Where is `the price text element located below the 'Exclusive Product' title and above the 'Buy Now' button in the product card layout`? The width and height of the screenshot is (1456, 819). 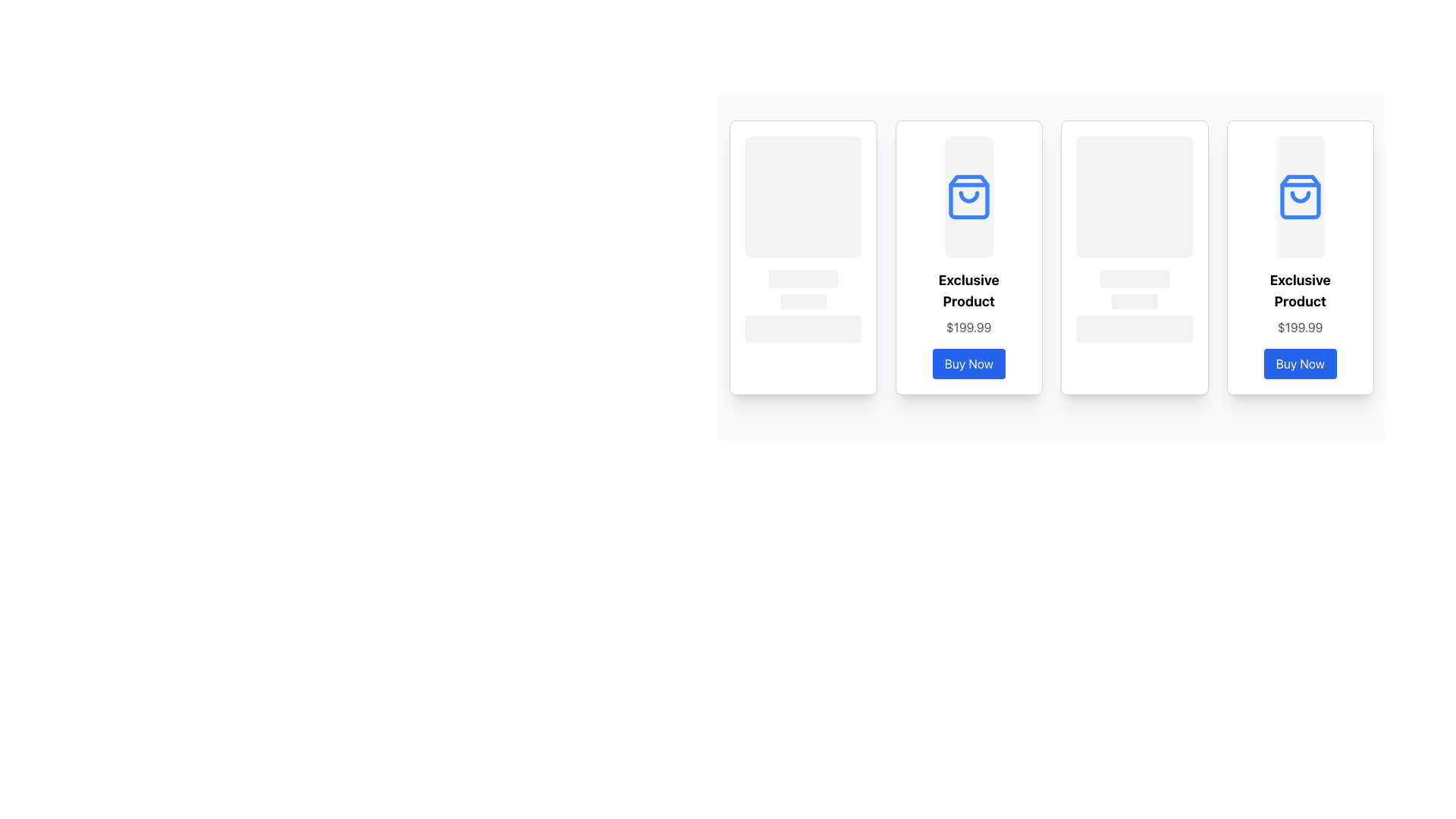 the price text element located below the 'Exclusive Product' title and above the 'Buy Now' button in the product card layout is located at coordinates (1299, 327).